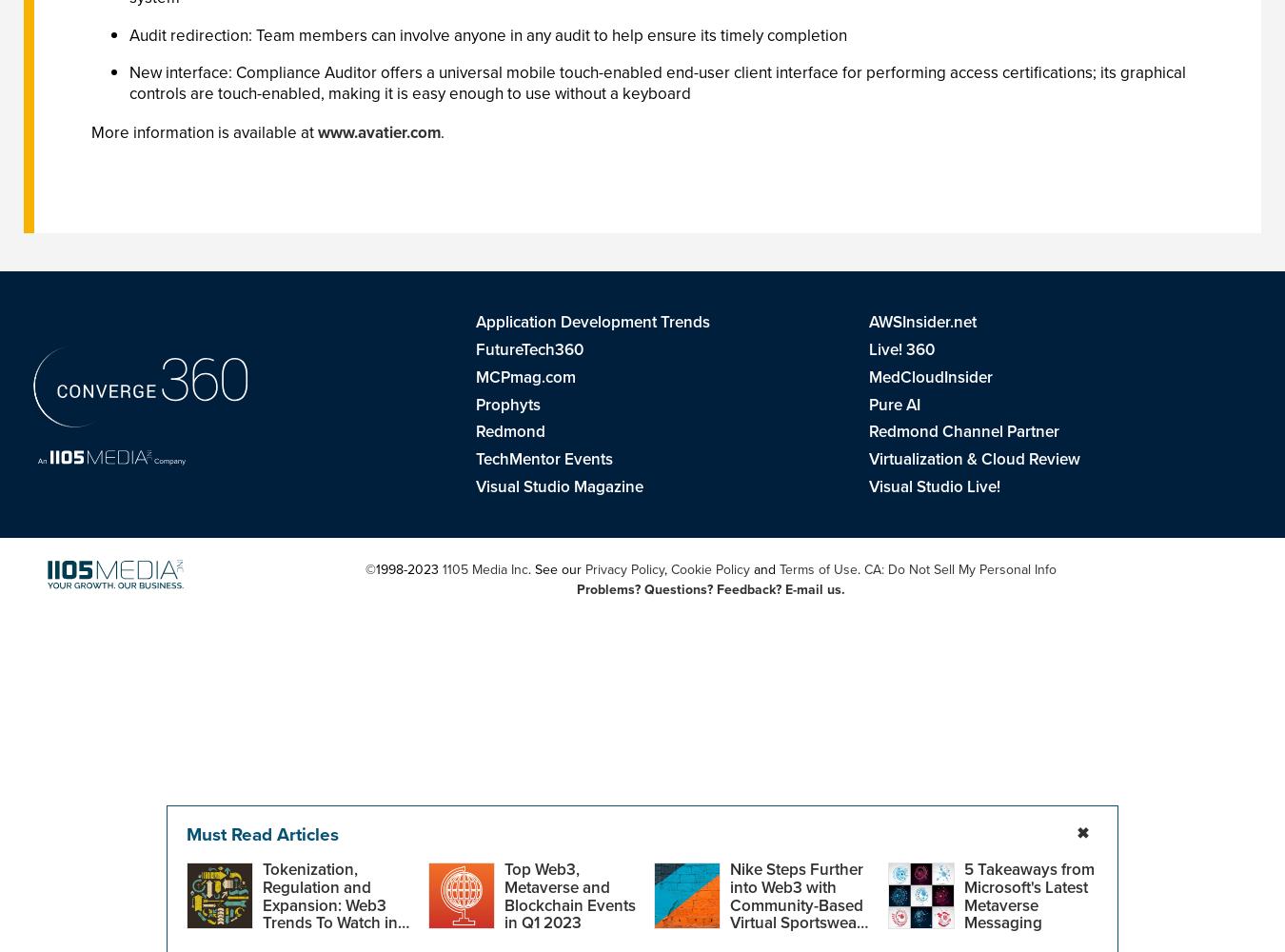 The image size is (1285, 952). What do you see at coordinates (665, 567) in the screenshot?
I see `','` at bounding box center [665, 567].